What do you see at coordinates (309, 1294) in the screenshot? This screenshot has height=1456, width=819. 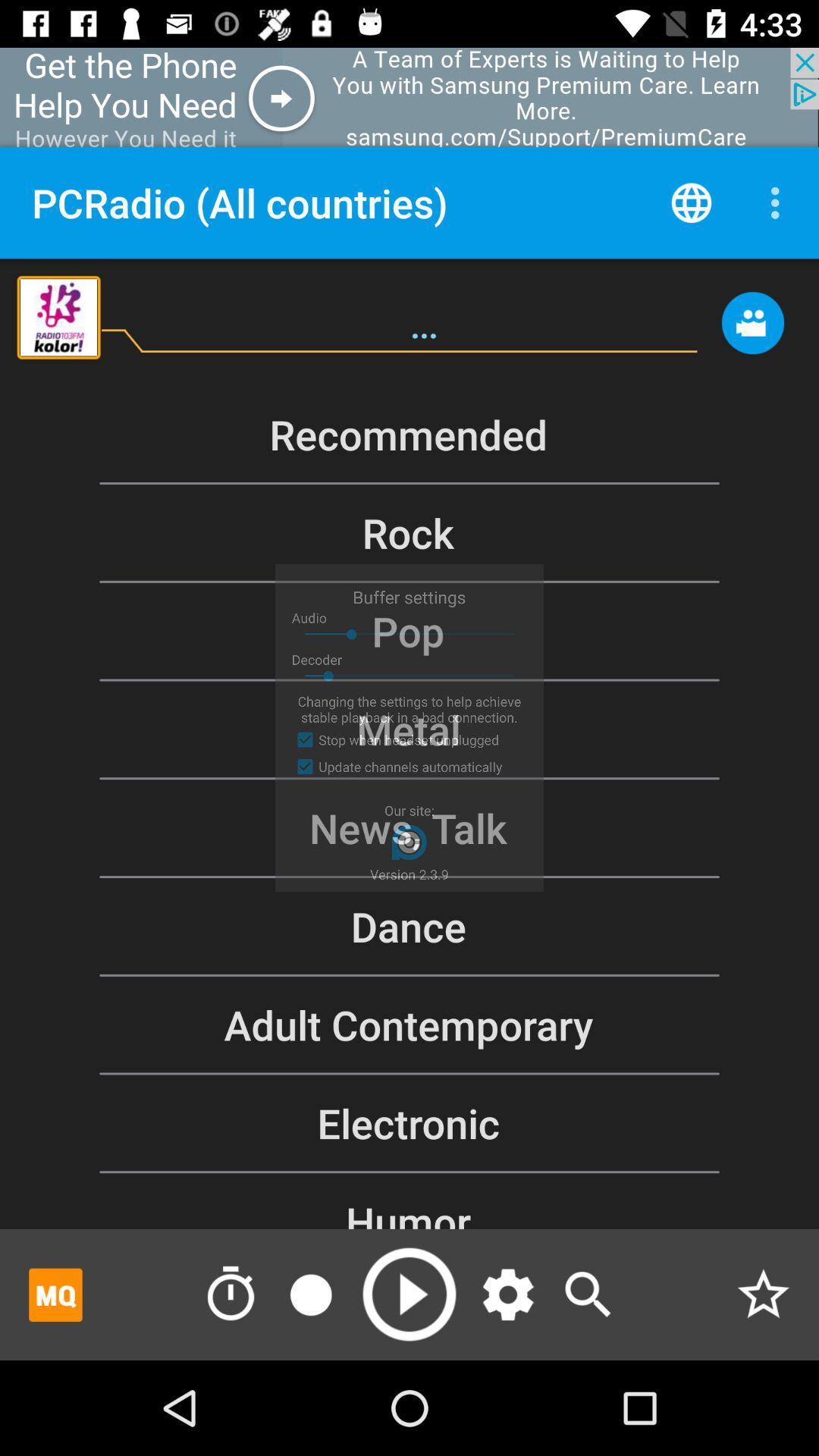 I see `stop music` at bounding box center [309, 1294].